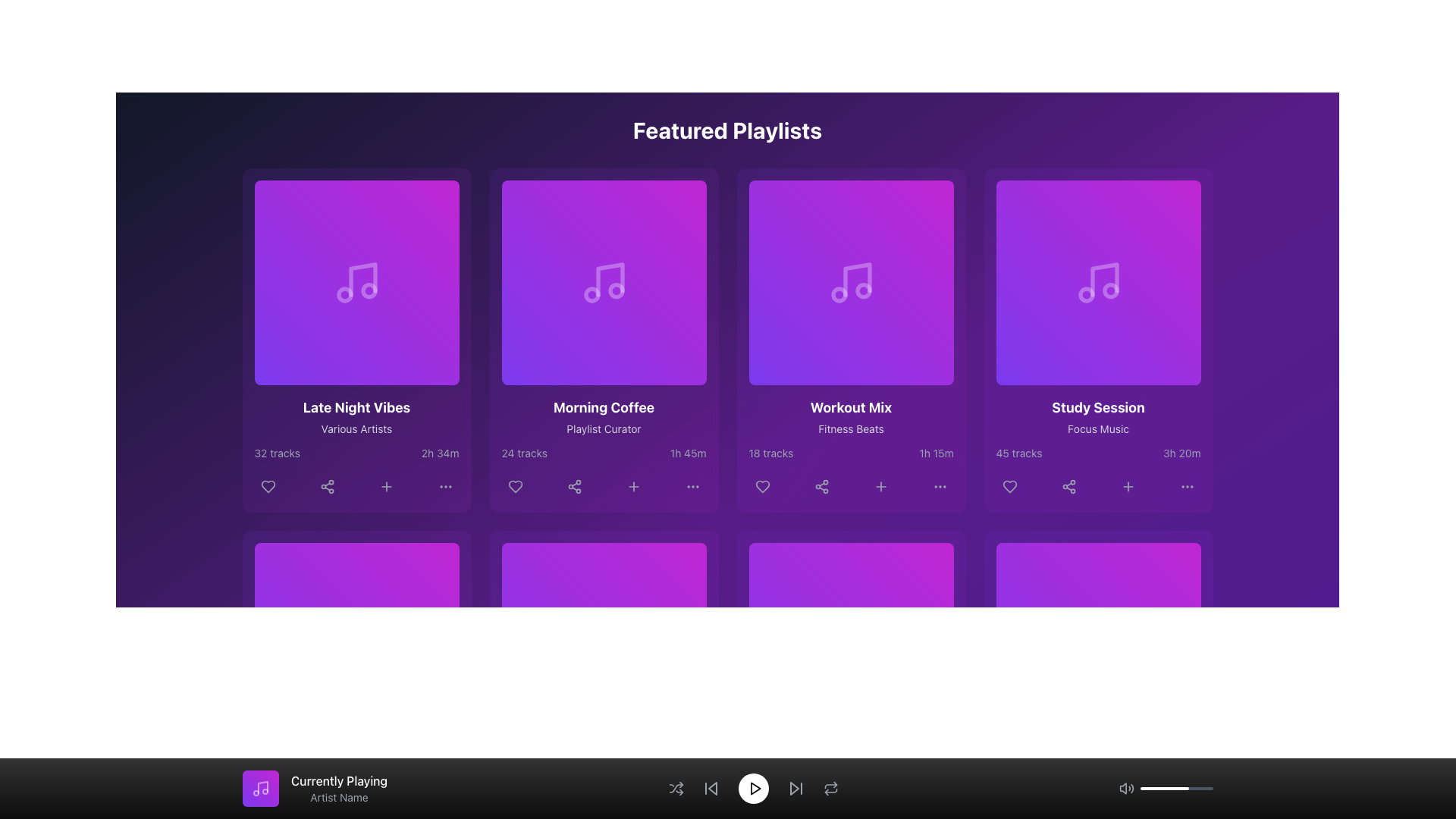  What do you see at coordinates (326, 486) in the screenshot?
I see `the 'Share' icon button represented by interconnected circles and lines located in the control area of the 'Late Night Vibes' playlist card to share the playlist` at bounding box center [326, 486].